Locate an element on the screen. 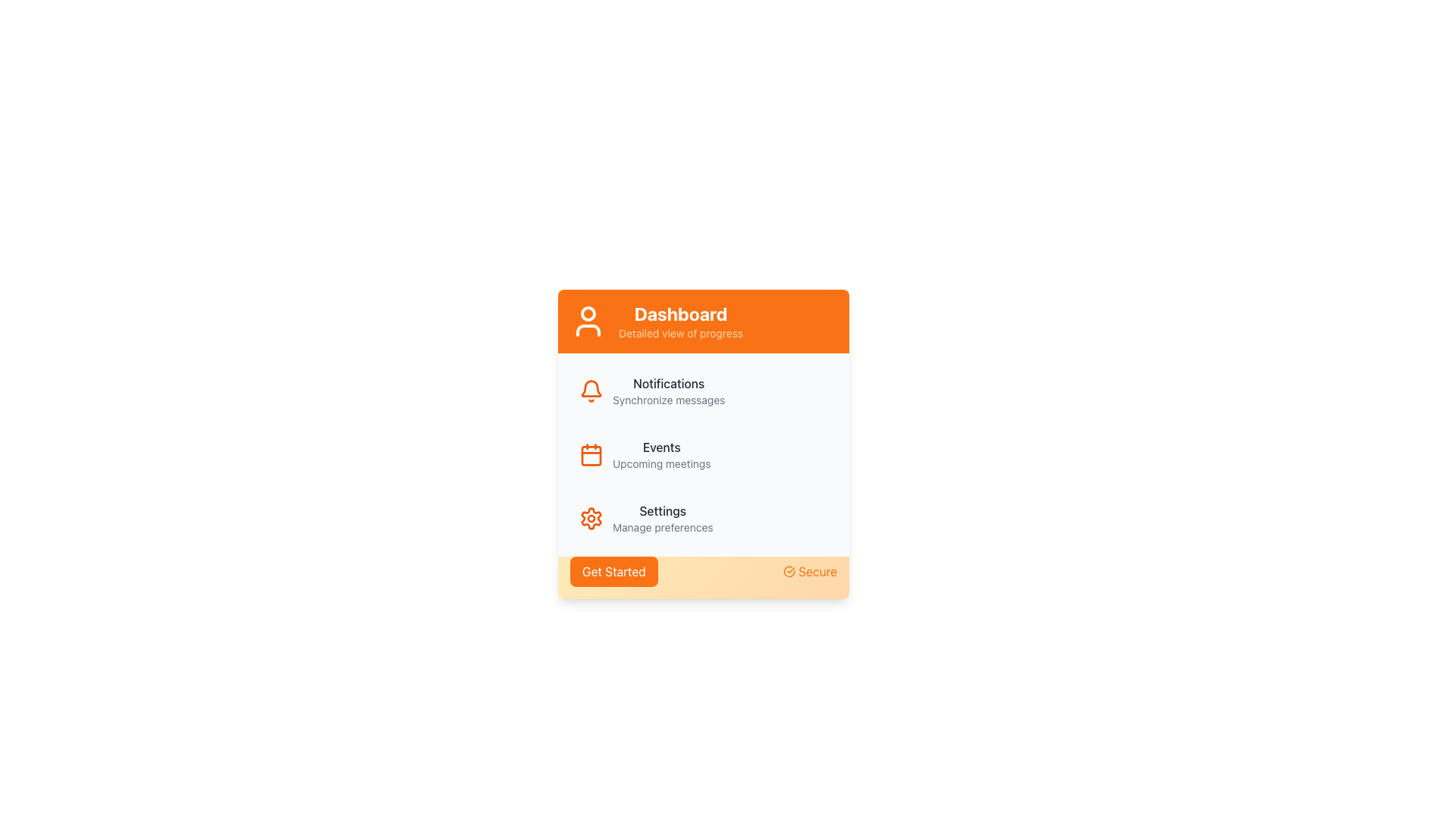 The image size is (1456, 819). the descriptive subheading label that provides additional context for the 'Dashboard' section, located directly below the 'Dashboard' title text is located at coordinates (679, 332).